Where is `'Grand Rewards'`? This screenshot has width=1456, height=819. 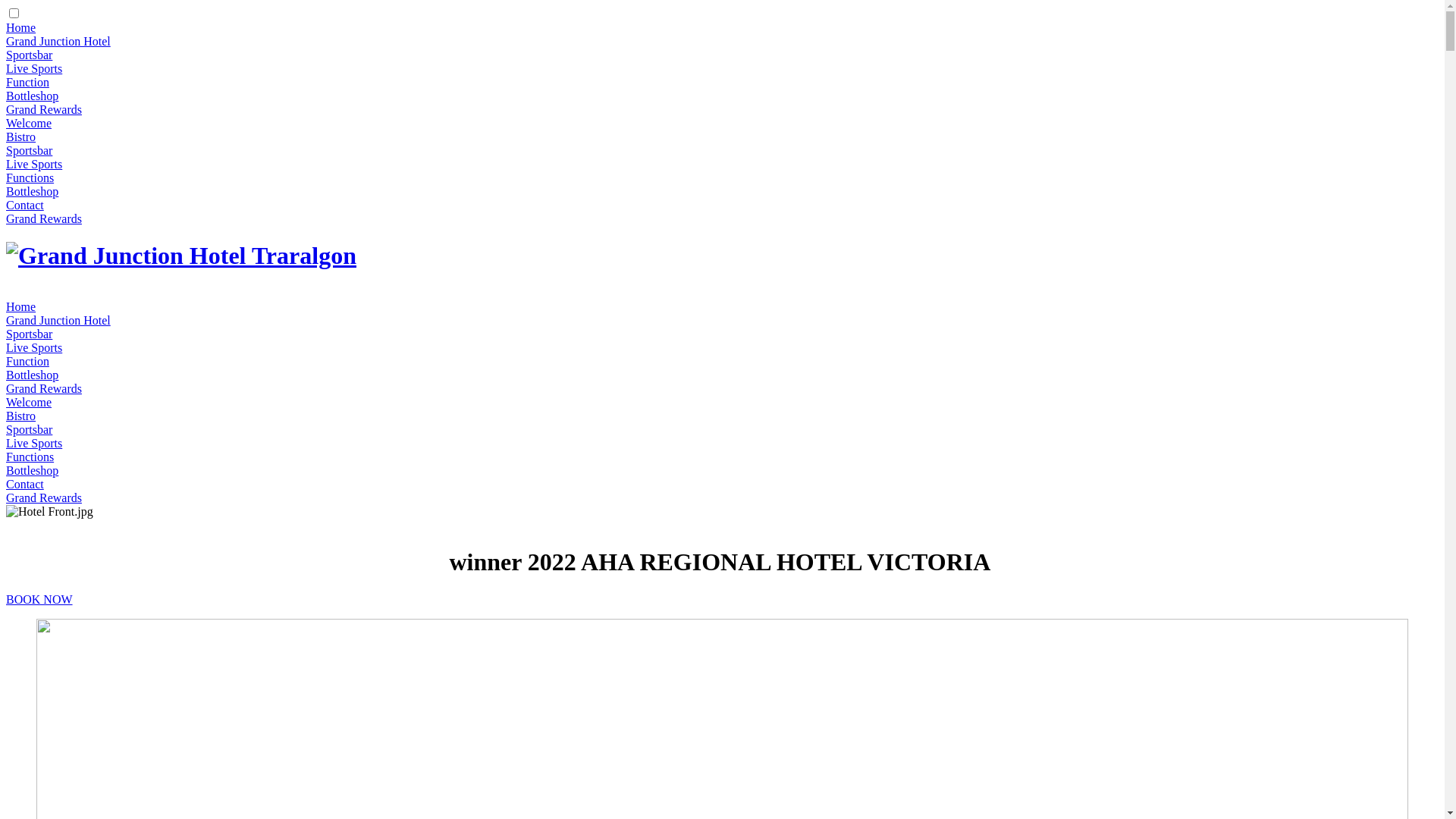 'Grand Rewards' is located at coordinates (43, 388).